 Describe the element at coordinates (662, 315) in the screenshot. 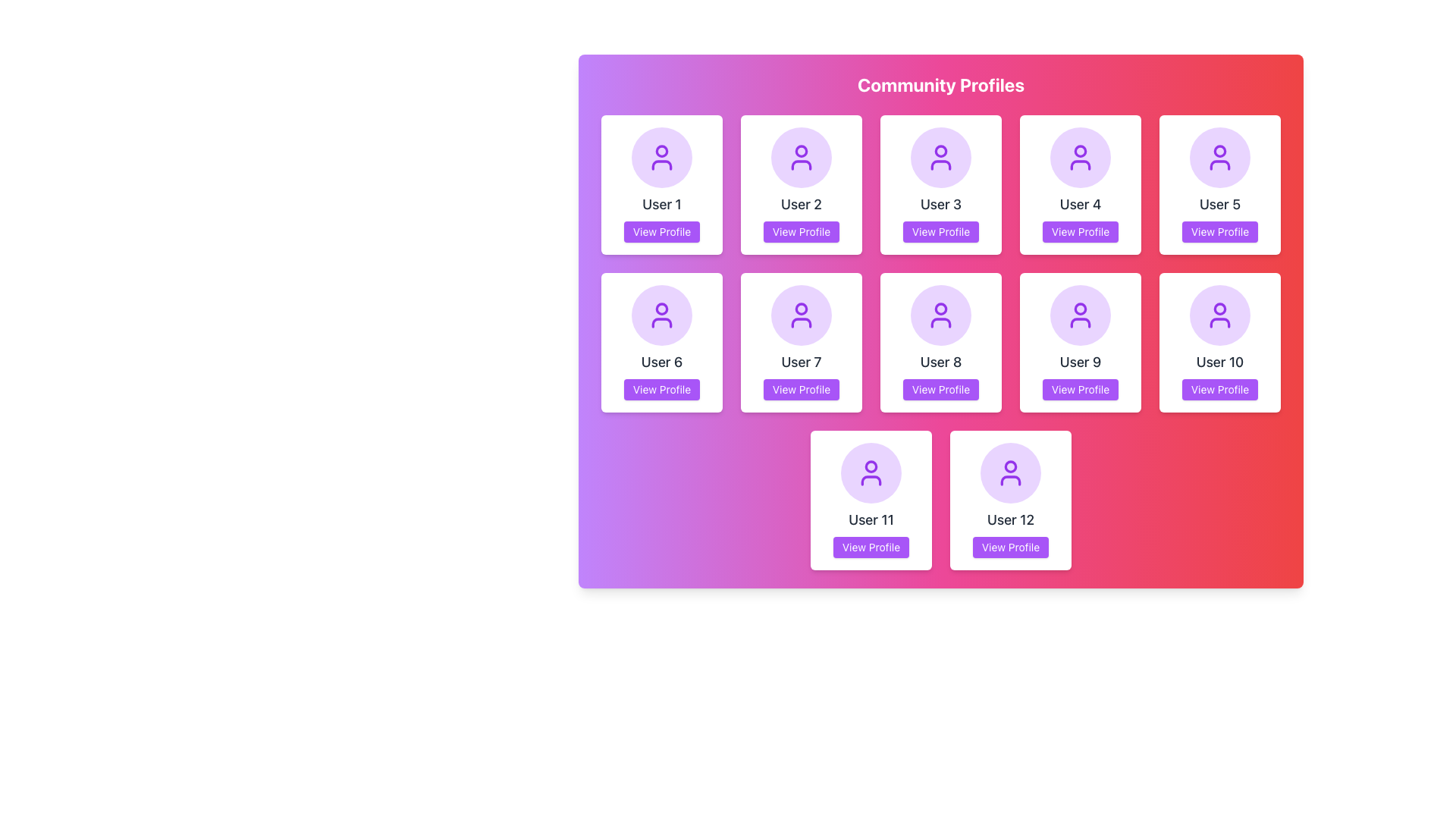

I see `the user profile icon located` at that location.